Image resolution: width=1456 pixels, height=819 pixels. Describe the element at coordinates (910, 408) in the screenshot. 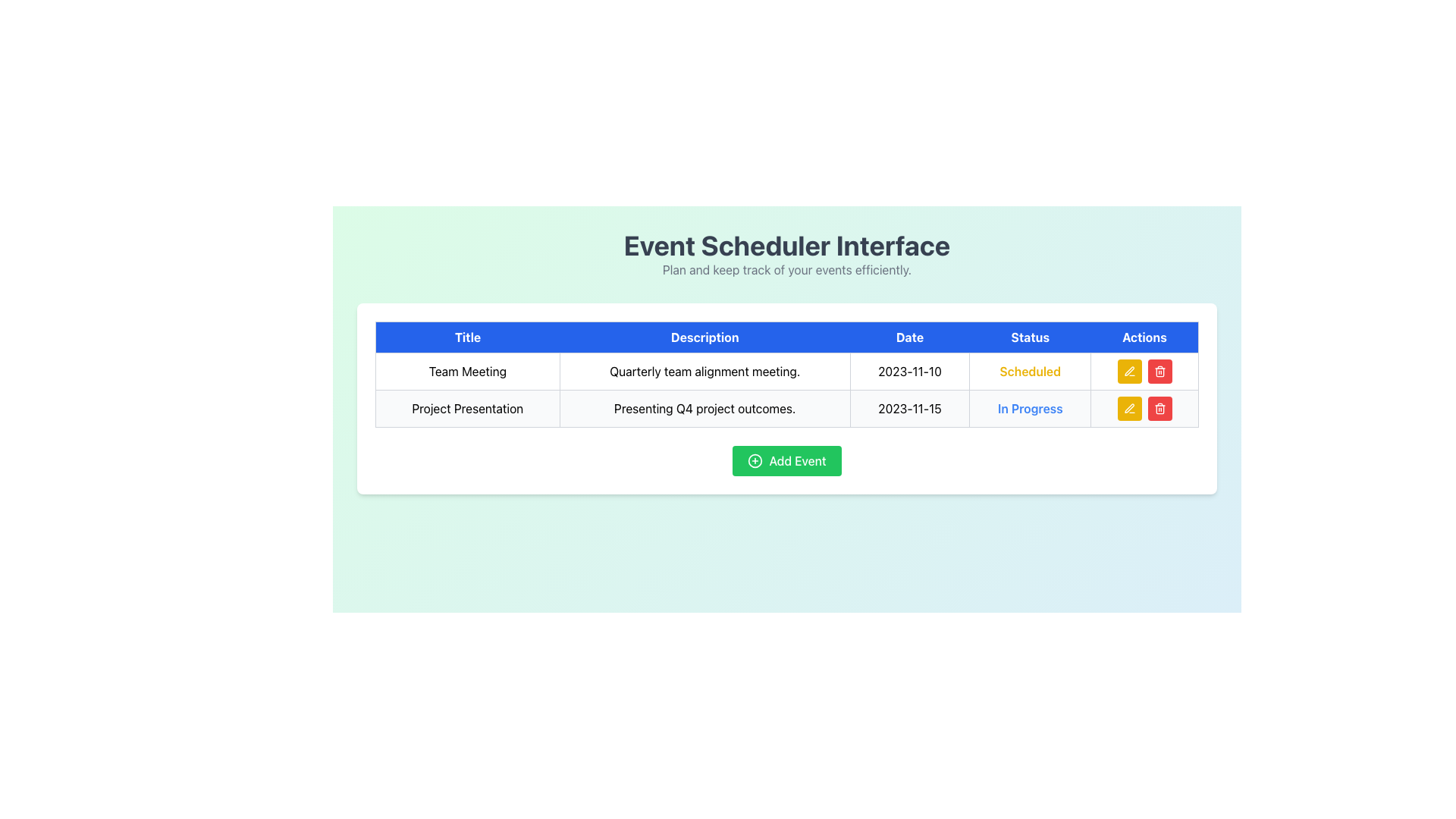

I see `date displayed in the table cell that contains the text '2023-11-15', located in the third column of the second row of the table` at that location.